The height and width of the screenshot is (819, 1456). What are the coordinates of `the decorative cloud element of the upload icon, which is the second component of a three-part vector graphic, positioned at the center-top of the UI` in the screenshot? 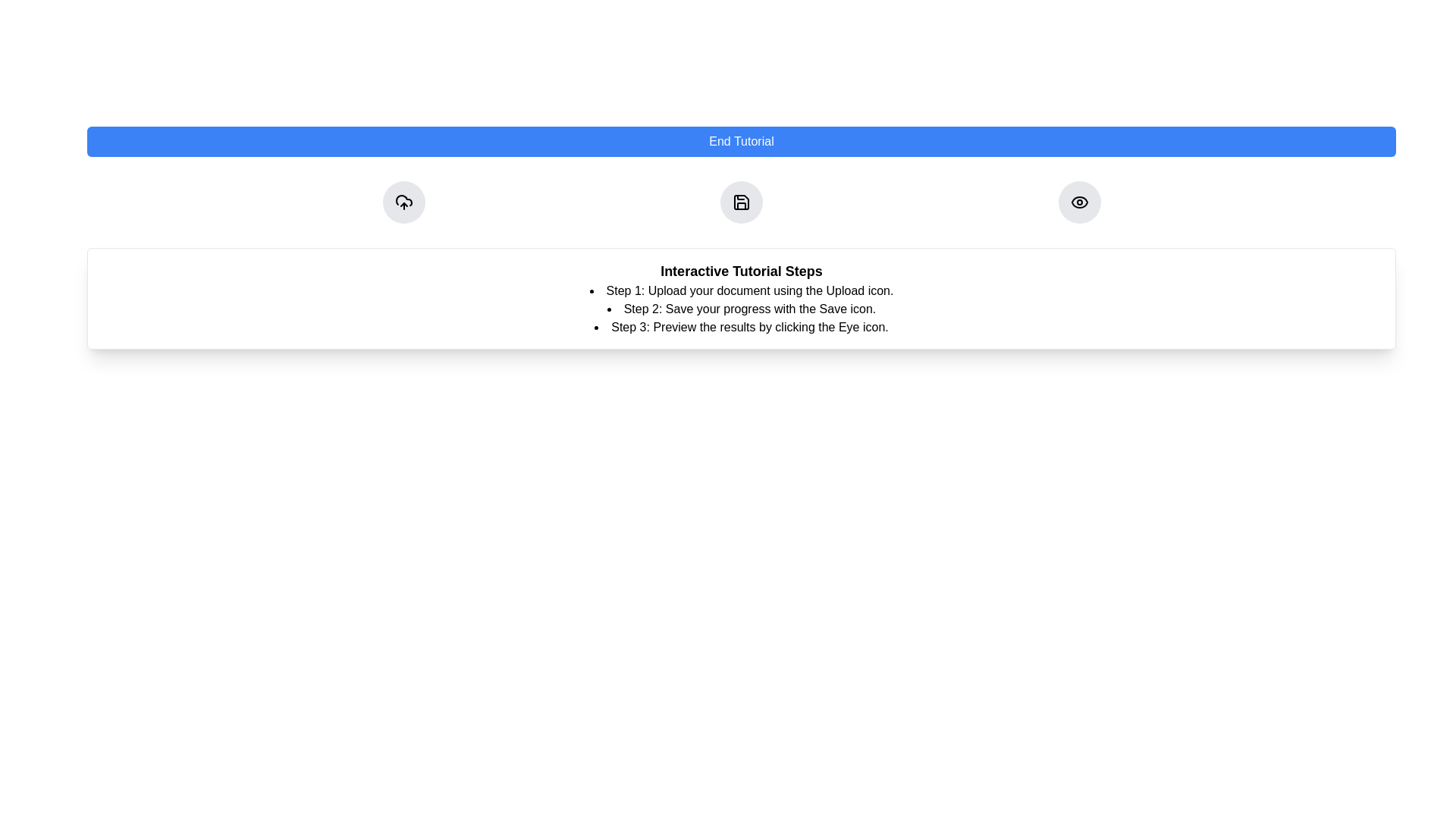 It's located at (403, 199).